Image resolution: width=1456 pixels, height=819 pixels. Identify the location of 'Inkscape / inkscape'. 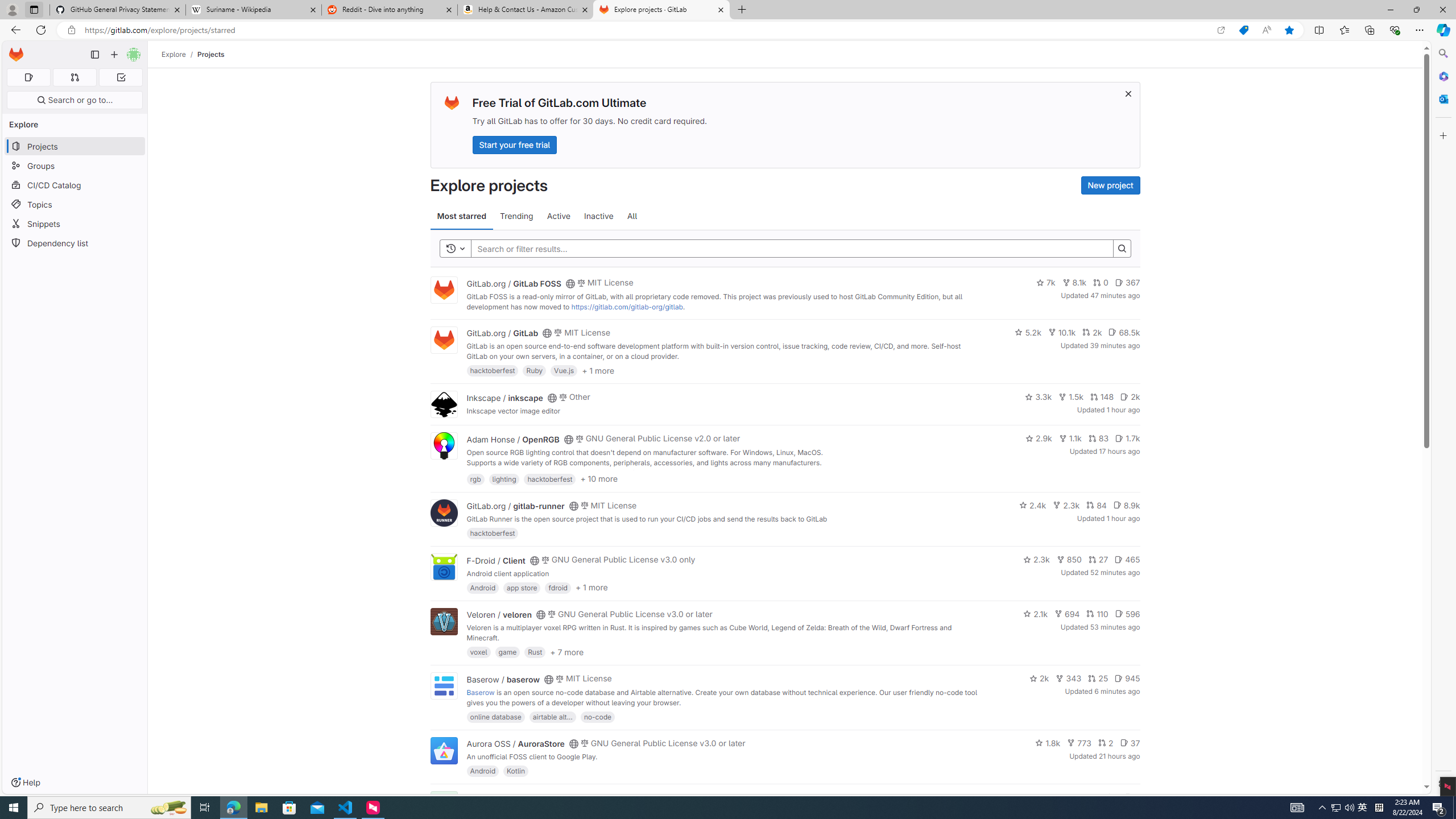
(504, 397).